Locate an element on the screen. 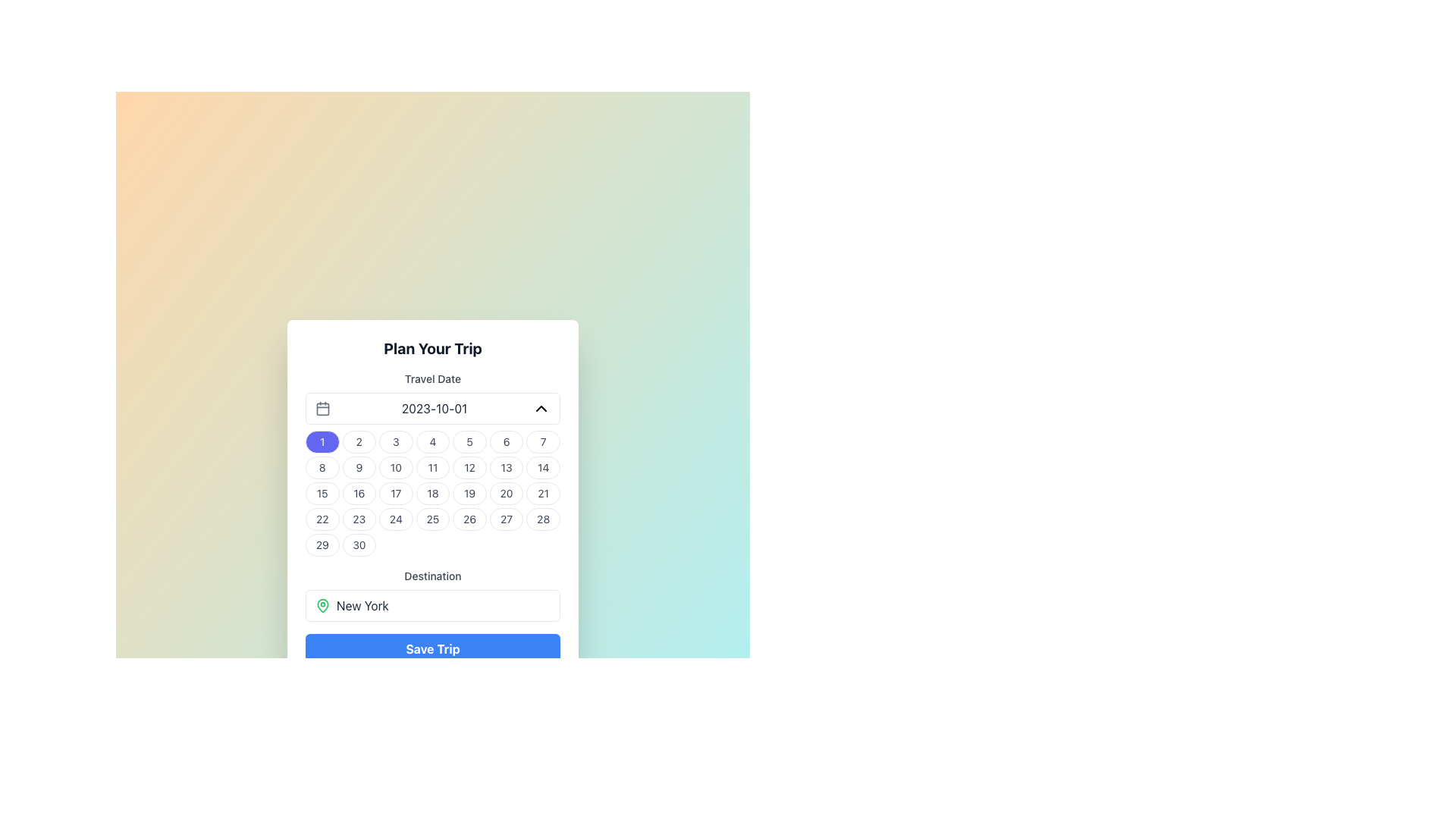 The width and height of the screenshot is (1456, 819). the rounded button displaying the number '17' is located at coordinates (396, 494).